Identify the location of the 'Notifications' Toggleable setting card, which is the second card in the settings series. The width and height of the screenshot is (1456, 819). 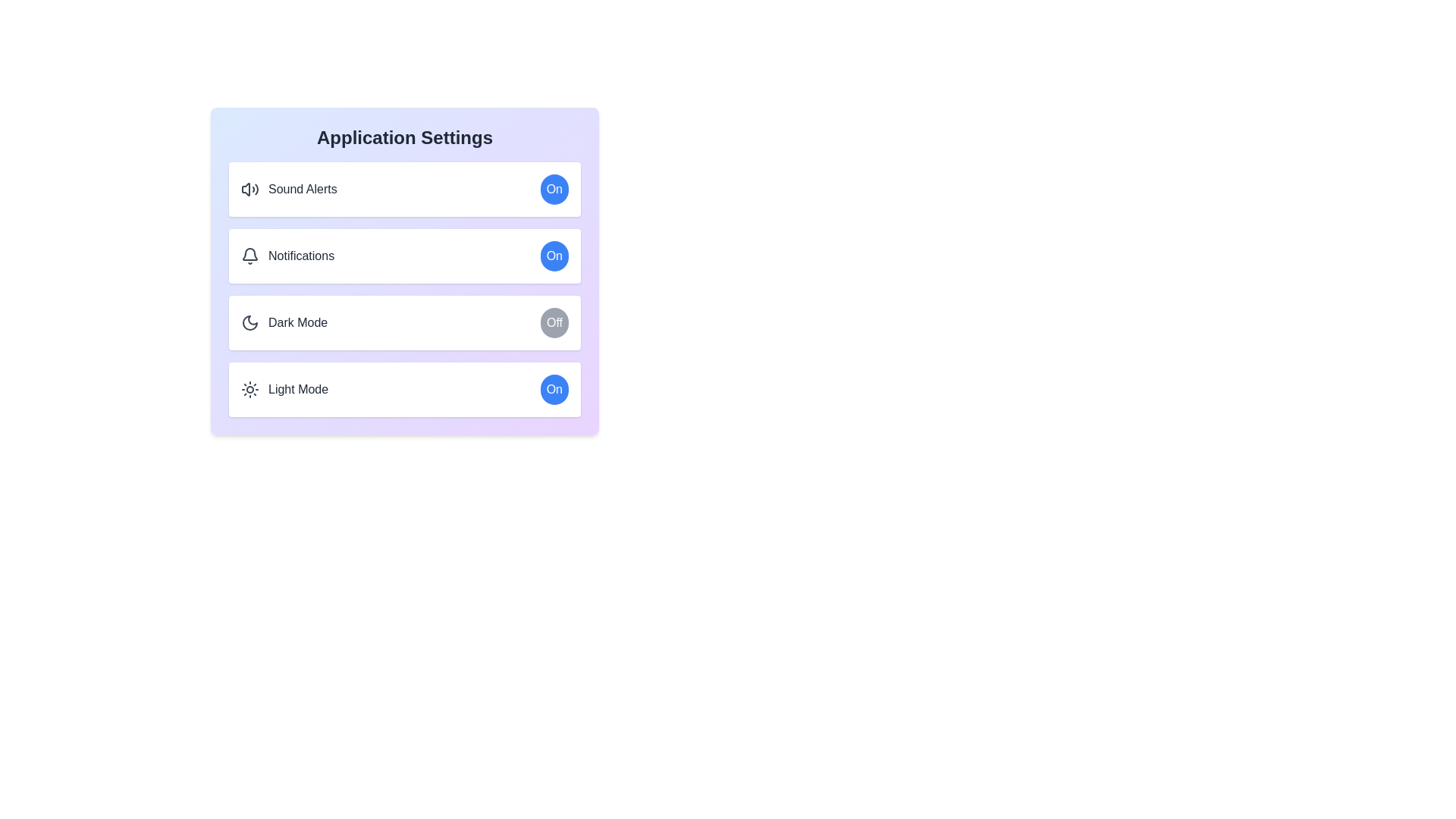
(404, 271).